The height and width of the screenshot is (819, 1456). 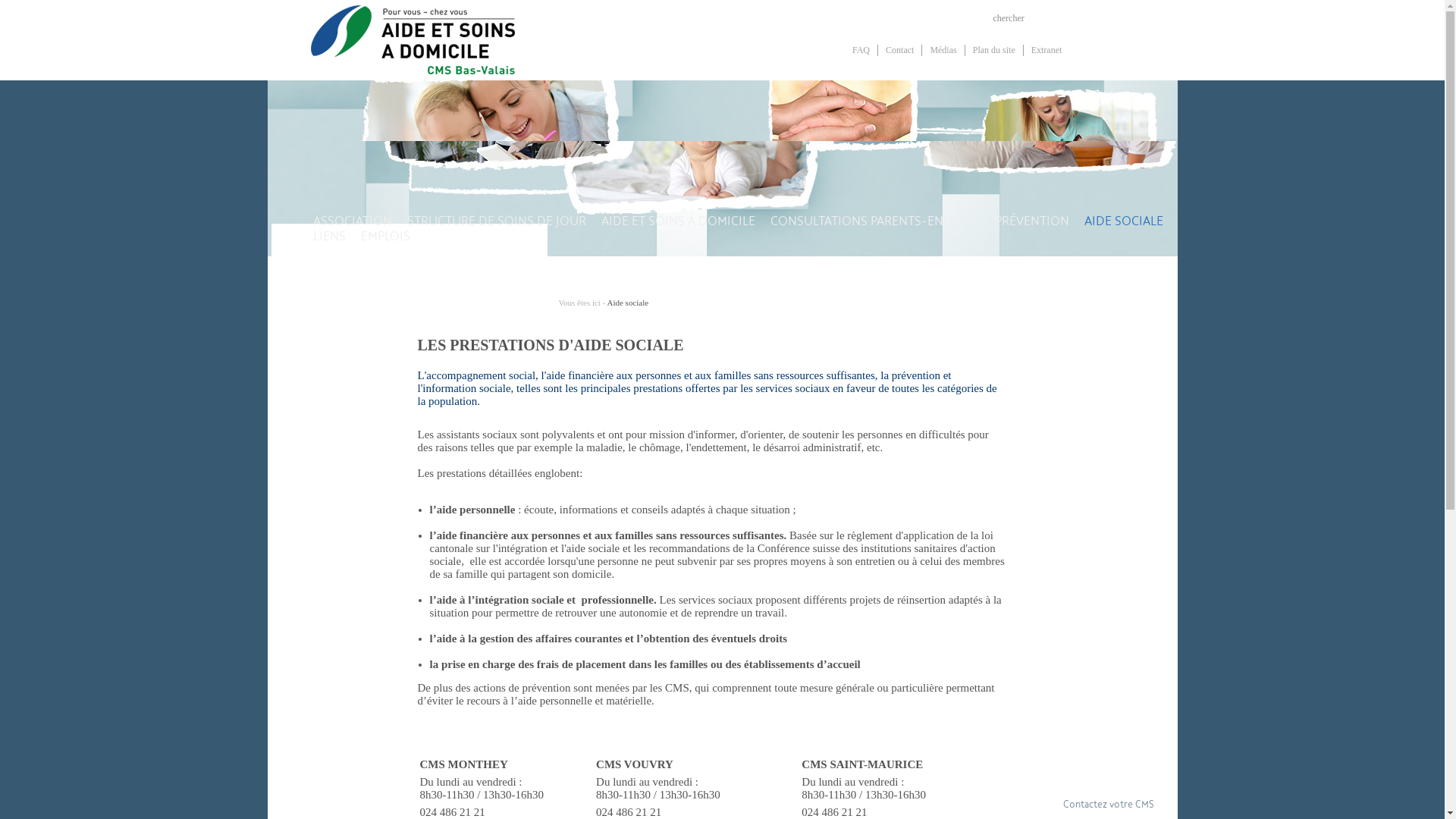 I want to click on 'LIENS', so click(x=328, y=257).